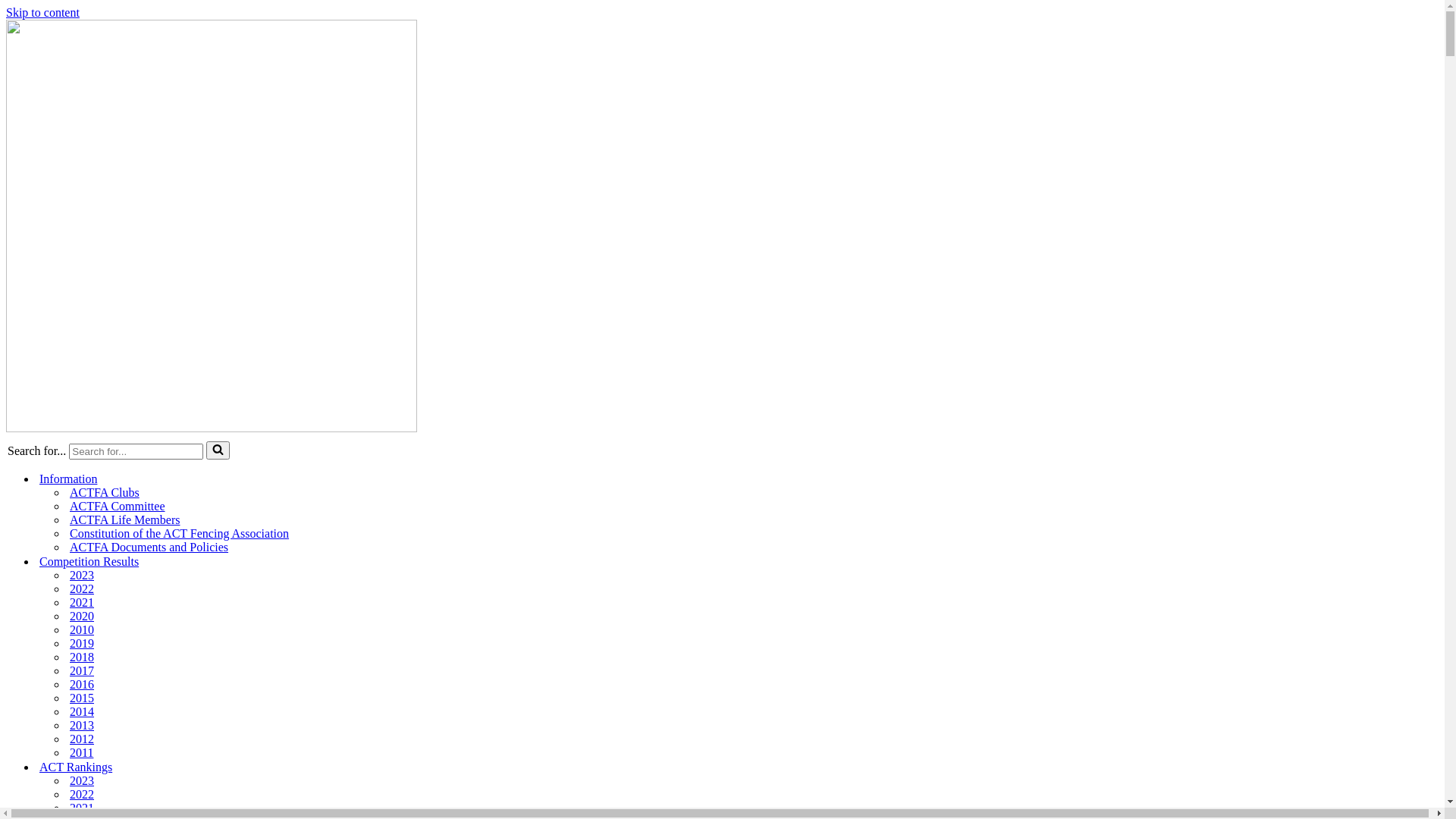 The width and height of the screenshot is (1456, 819). I want to click on '2016', so click(68, 684).